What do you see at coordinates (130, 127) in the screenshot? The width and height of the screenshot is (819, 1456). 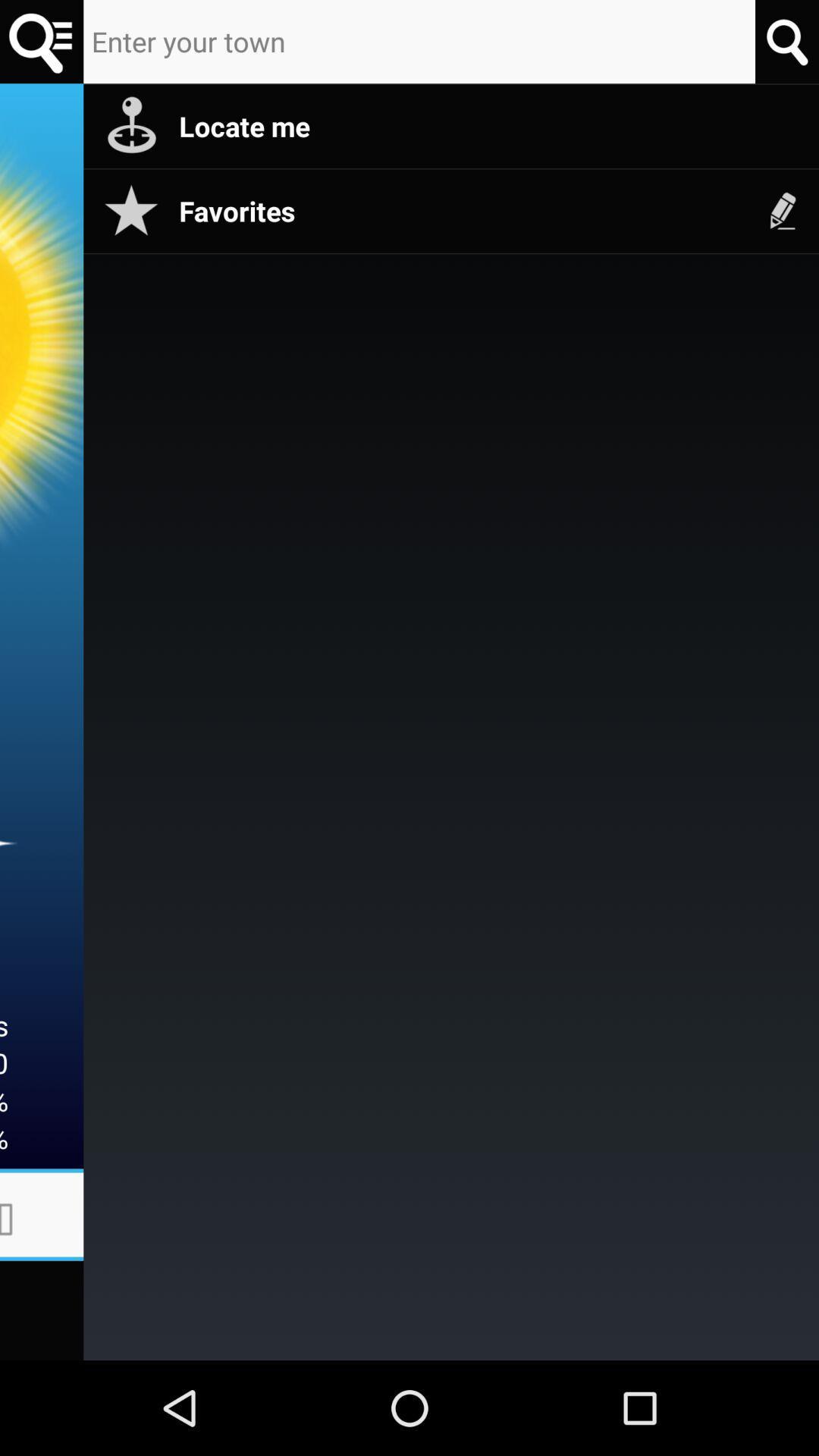 I see `the icon before locate me on the page` at bounding box center [130, 127].